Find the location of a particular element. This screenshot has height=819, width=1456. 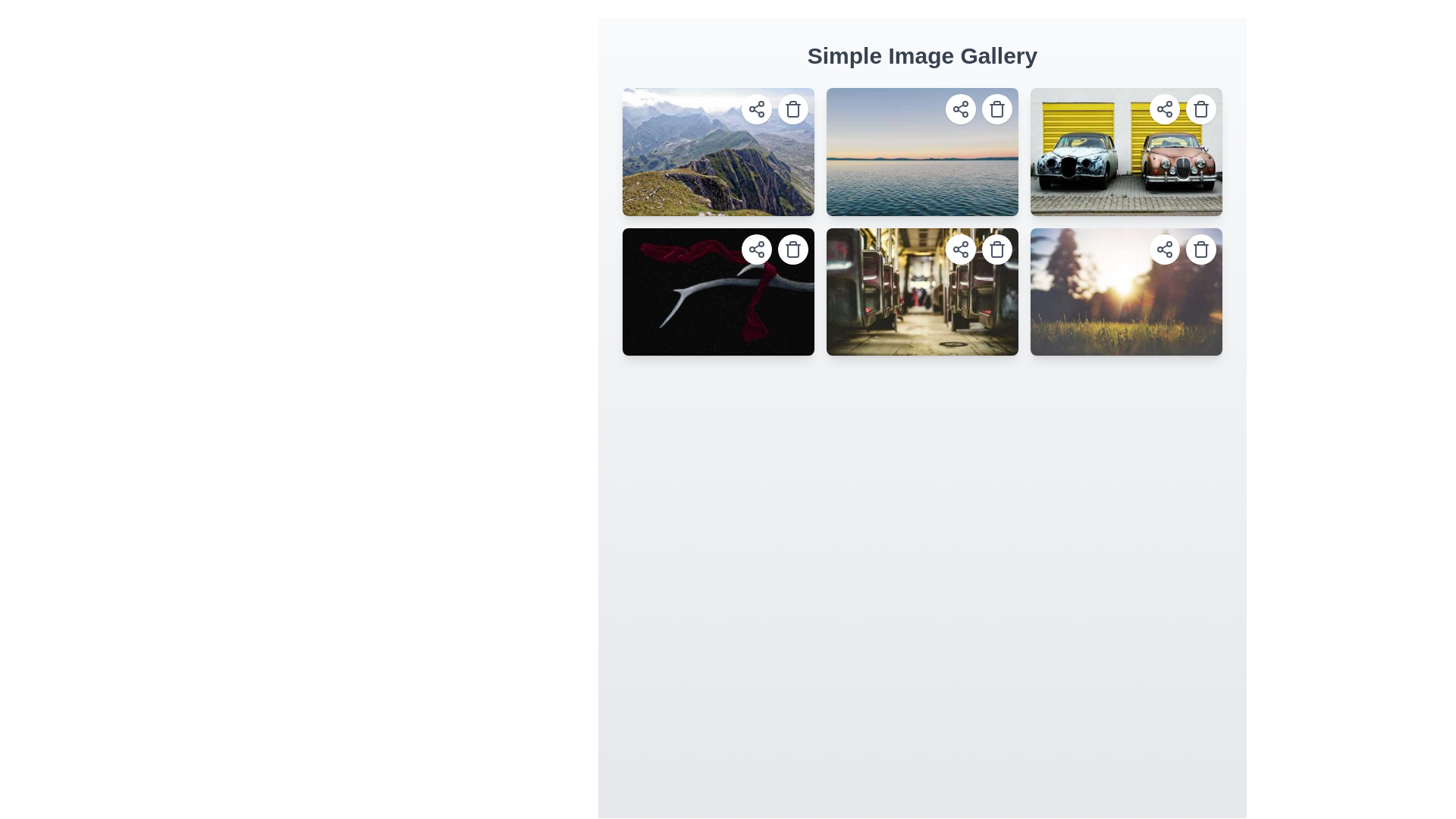

the SVG icon of a share-like symbol, which is part of a circular button located at the top-right corner of an image in the grid is located at coordinates (757, 108).